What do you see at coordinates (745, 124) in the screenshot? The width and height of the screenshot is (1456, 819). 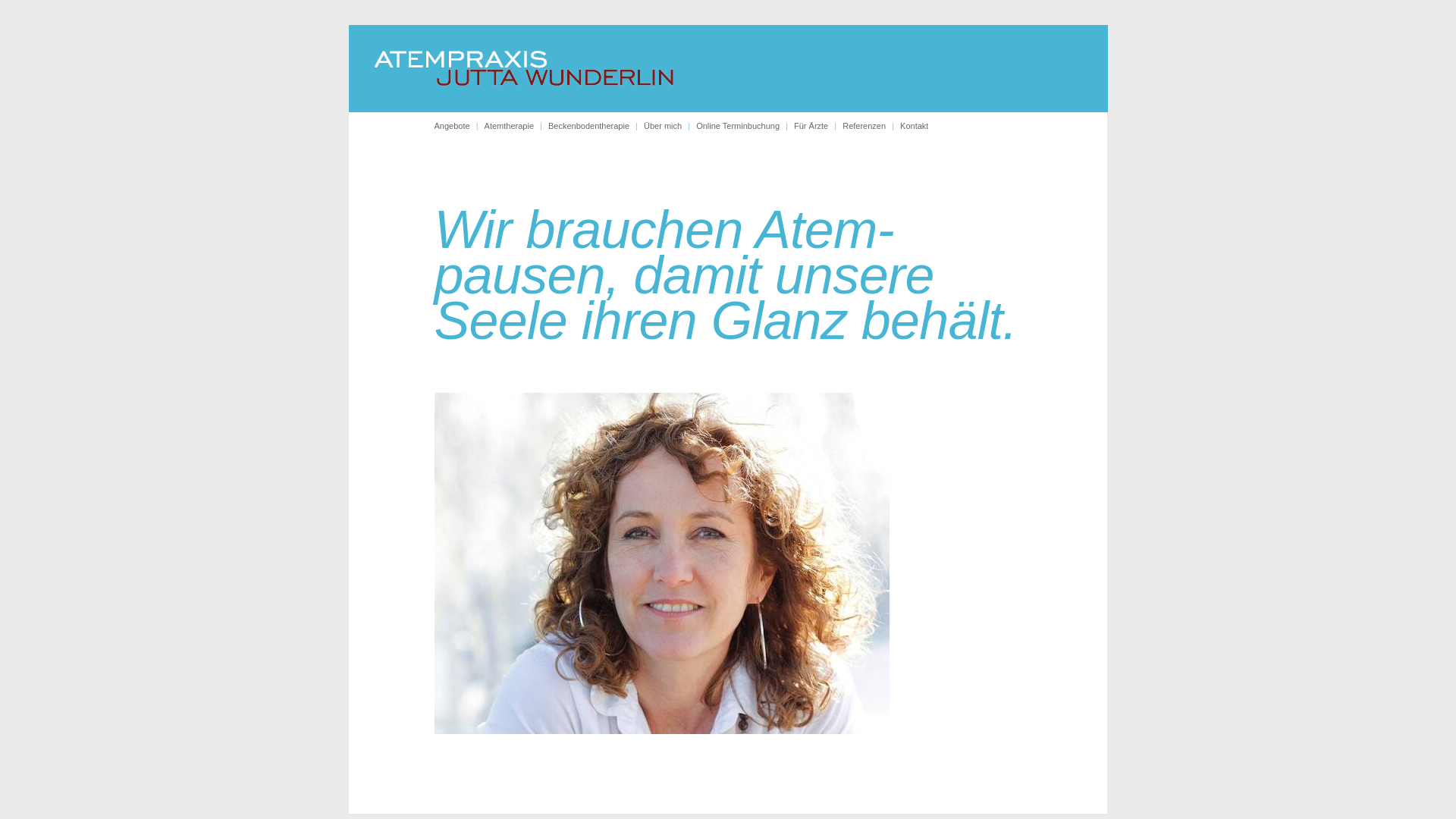 I see `'Online Terminbuchung | '` at bounding box center [745, 124].